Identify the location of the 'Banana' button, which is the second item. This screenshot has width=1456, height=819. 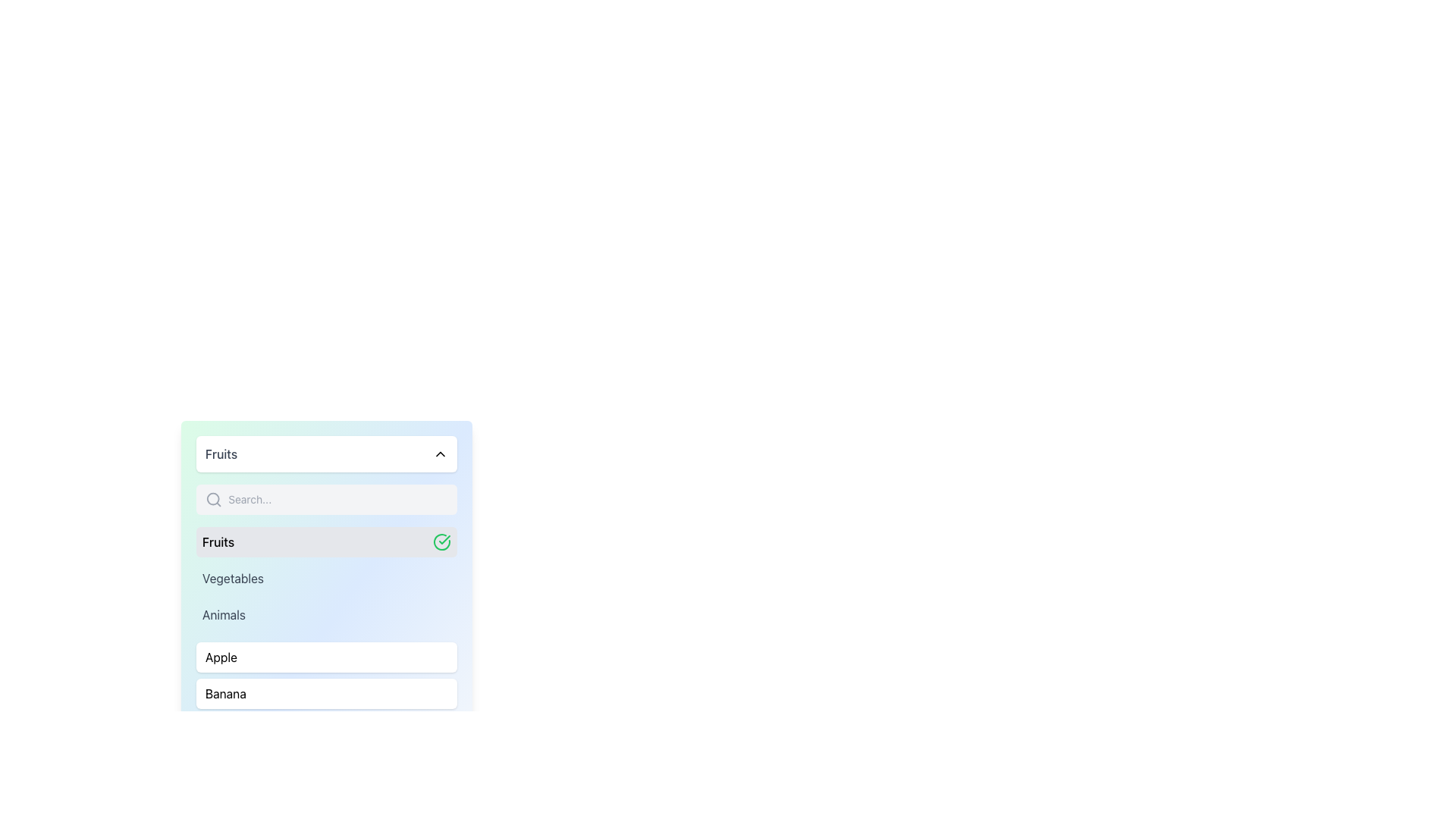
(326, 693).